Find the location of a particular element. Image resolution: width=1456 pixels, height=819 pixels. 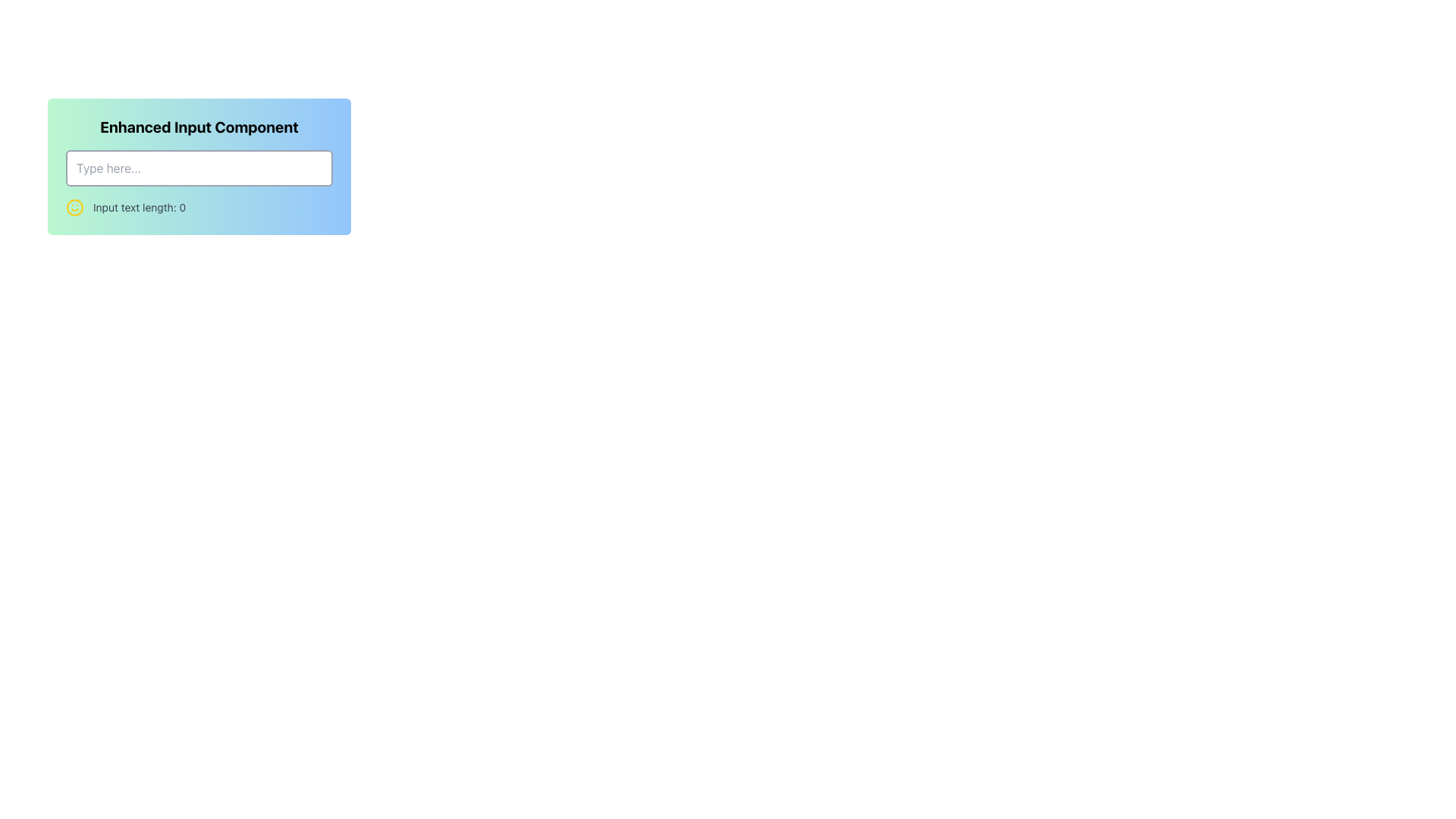

the smiley face icon that represents a positive or neutral status, located at the far-left of a group with a text indicator showing 'Input text length: 0' is located at coordinates (74, 207).